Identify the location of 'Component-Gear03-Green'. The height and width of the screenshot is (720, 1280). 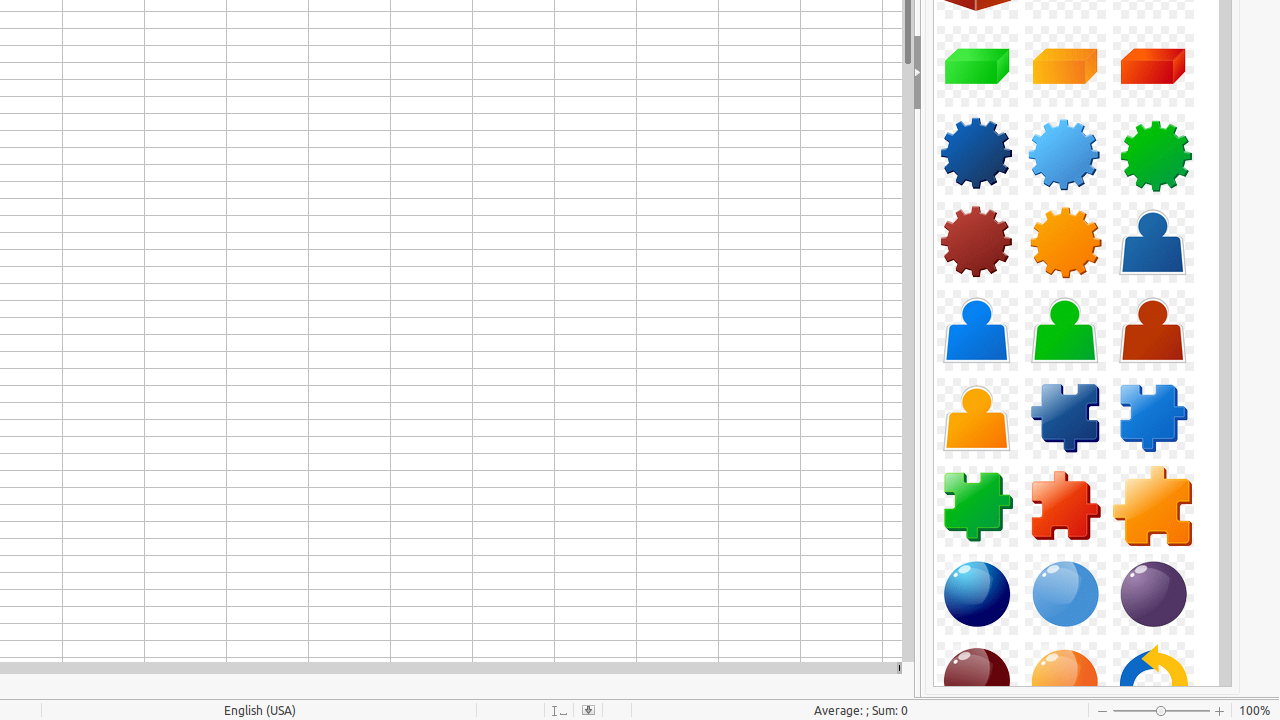
(1153, 153).